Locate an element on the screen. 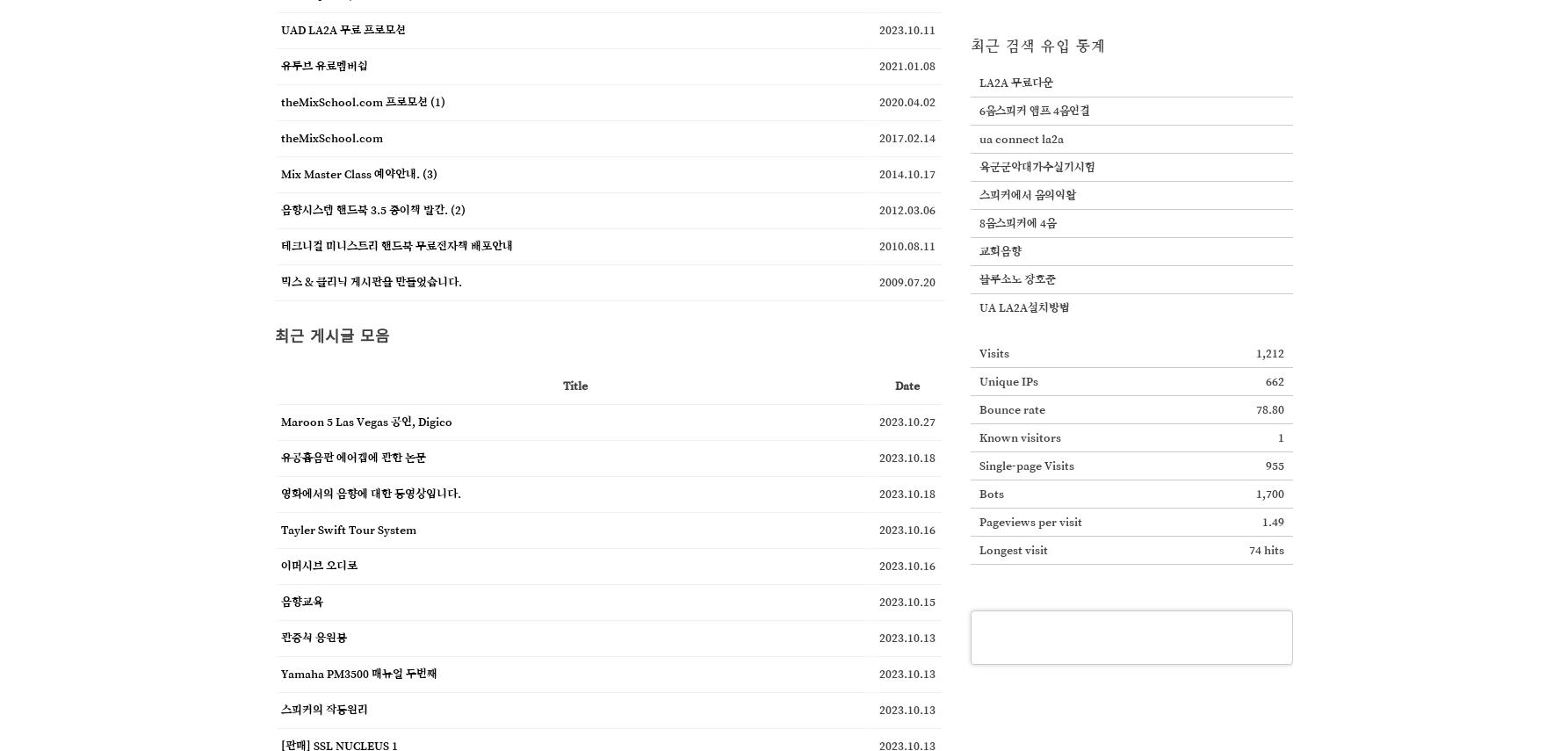  '1.49' is located at coordinates (1272, 521).